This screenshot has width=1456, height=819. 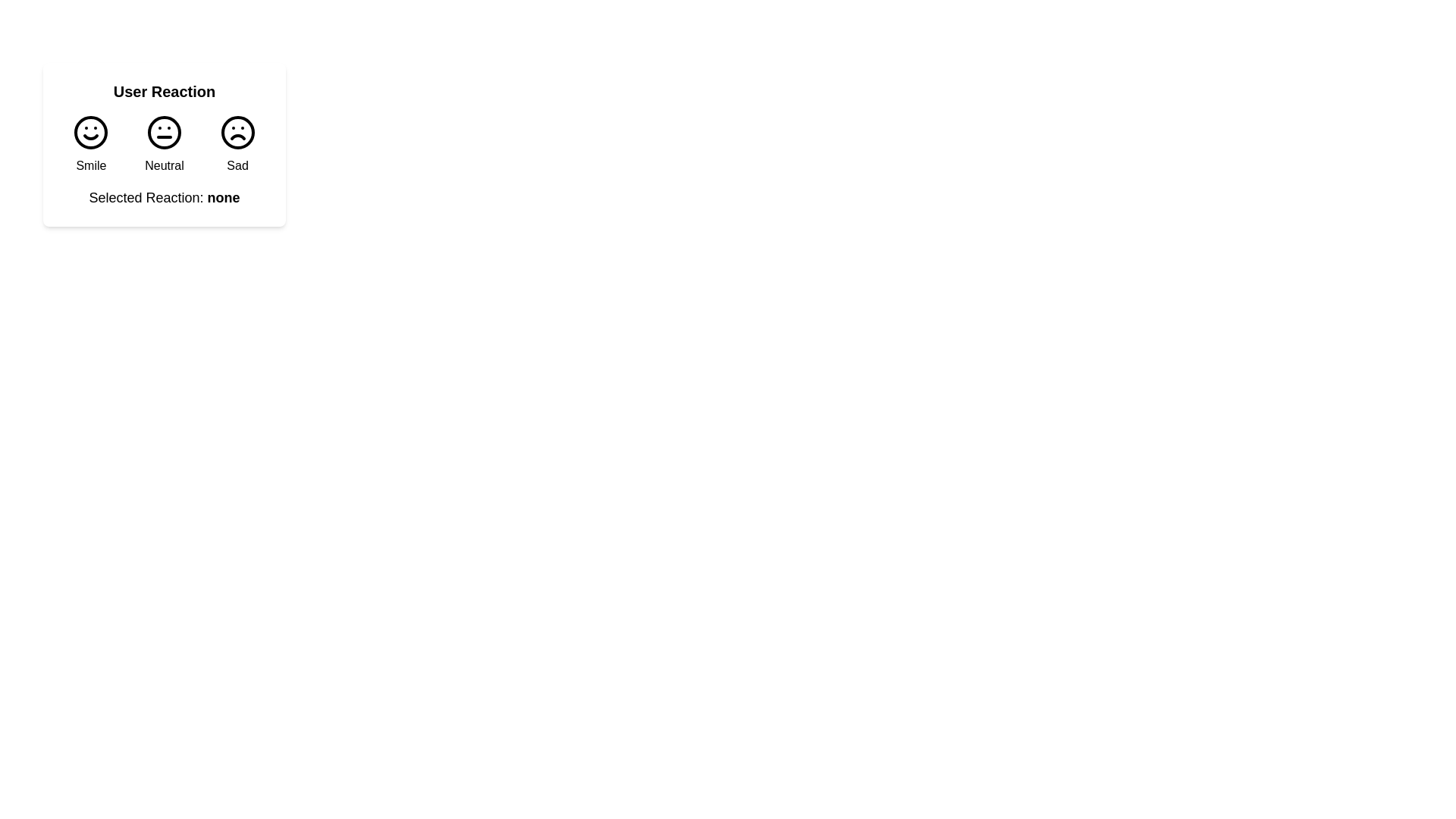 What do you see at coordinates (164, 131) in the screenshot?
I see `the neutral face icon, which is the second element in a horizontal row of reaction icons` at bounding box center [164, 131].